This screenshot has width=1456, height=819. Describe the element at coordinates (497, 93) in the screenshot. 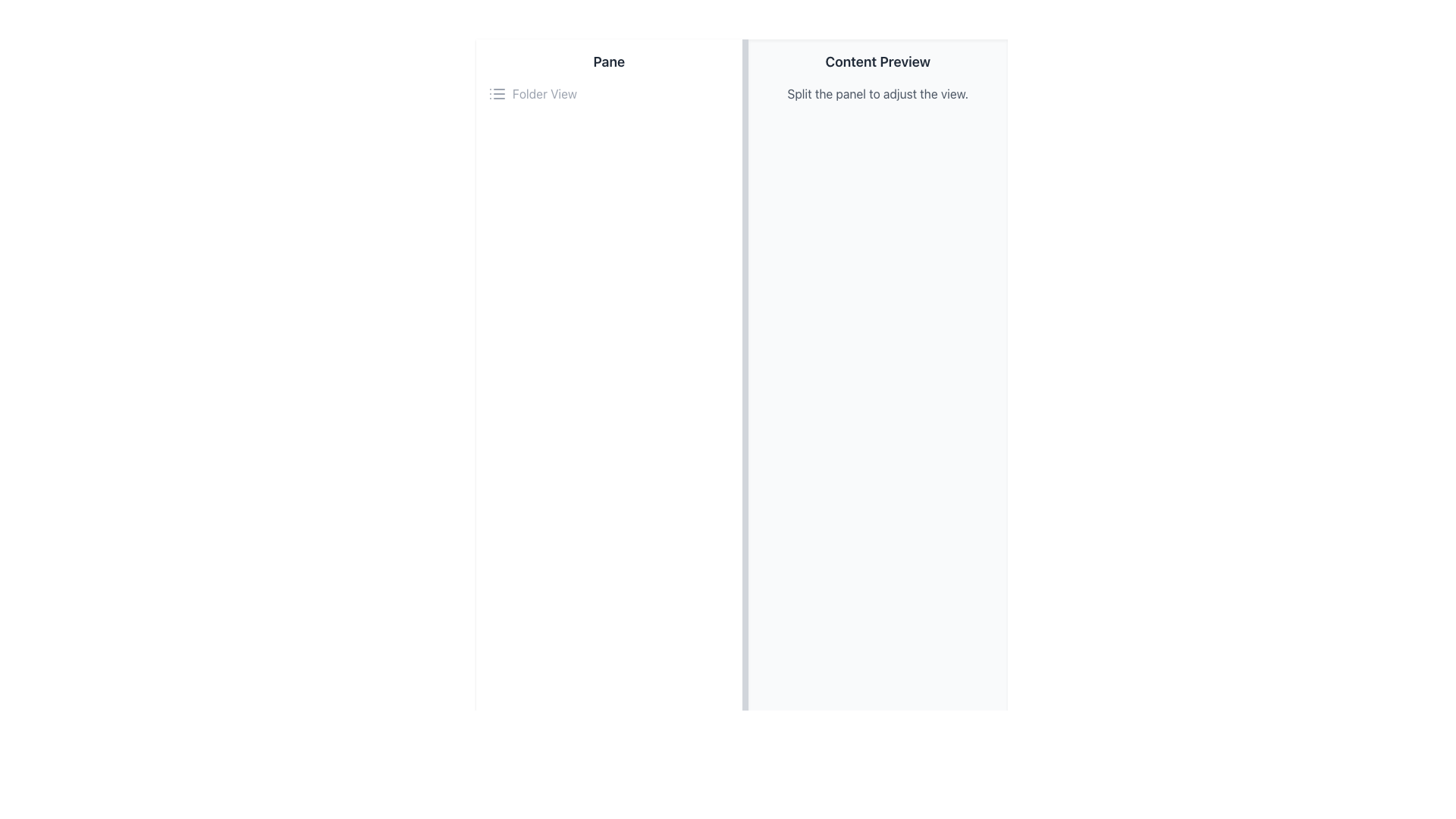

I see `the 'Folder View' icon located on the left panel, next to the text label 'Folder View', at the top portion of the left-side navigation section` at that location.